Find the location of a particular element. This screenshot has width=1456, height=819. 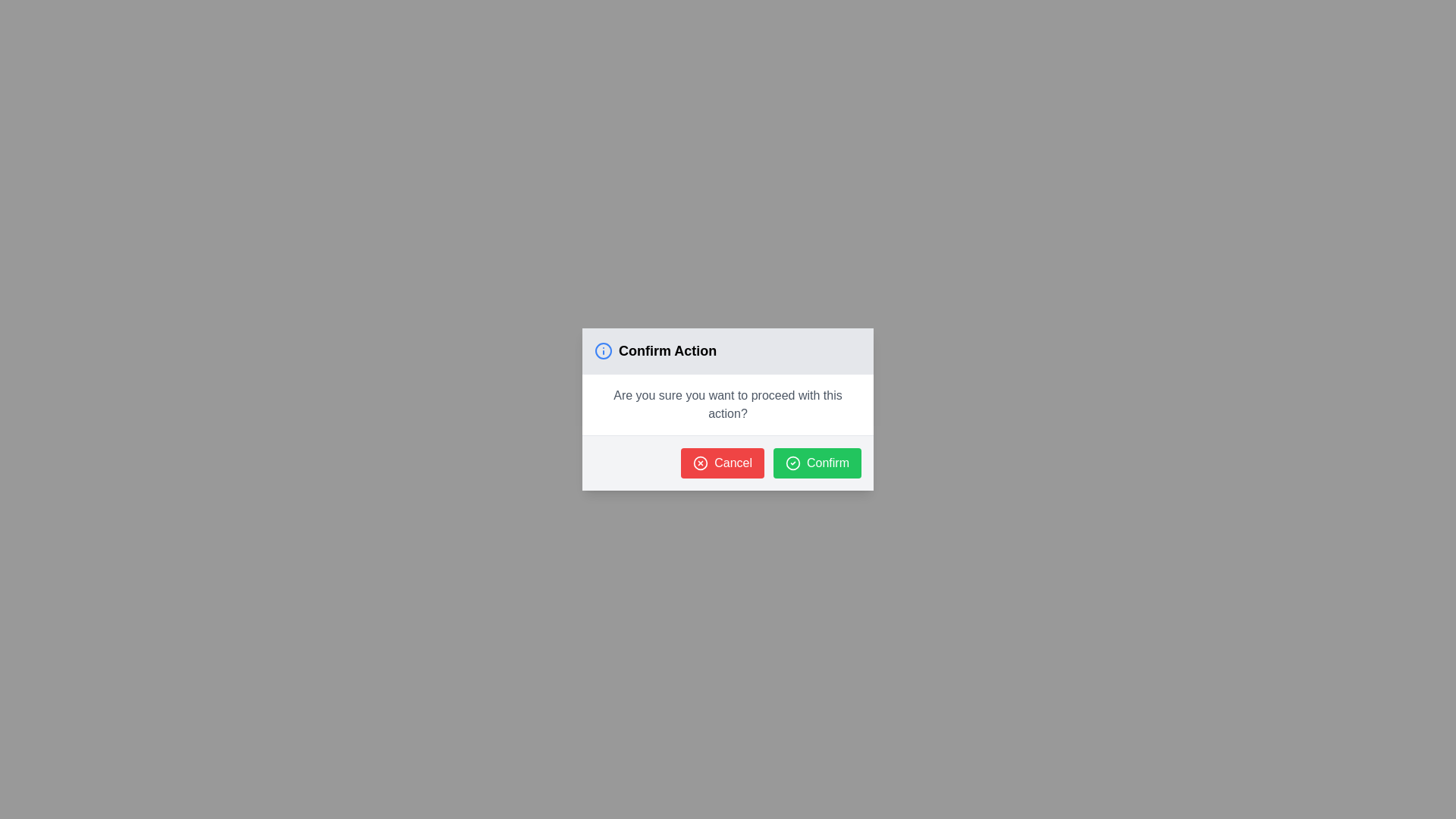

the circular icon located near the top-left corner of the 'Confirm Action' dialog box, which resembles a button and is styled uniformly with a bold border is located at coordinates (700, 462).